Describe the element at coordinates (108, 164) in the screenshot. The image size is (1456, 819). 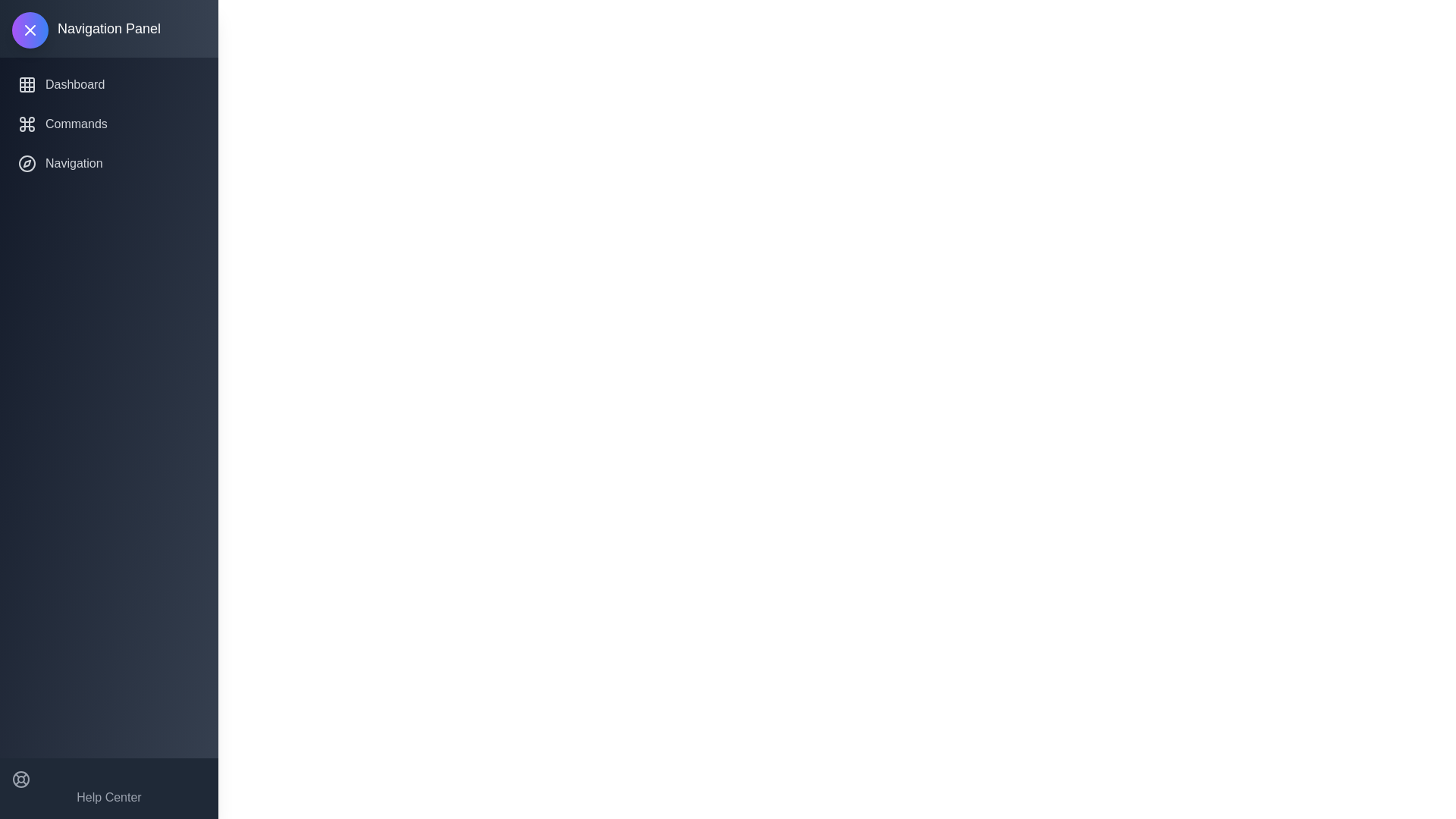
I see `the navigation item Navigation from the navigation panel` at that location.